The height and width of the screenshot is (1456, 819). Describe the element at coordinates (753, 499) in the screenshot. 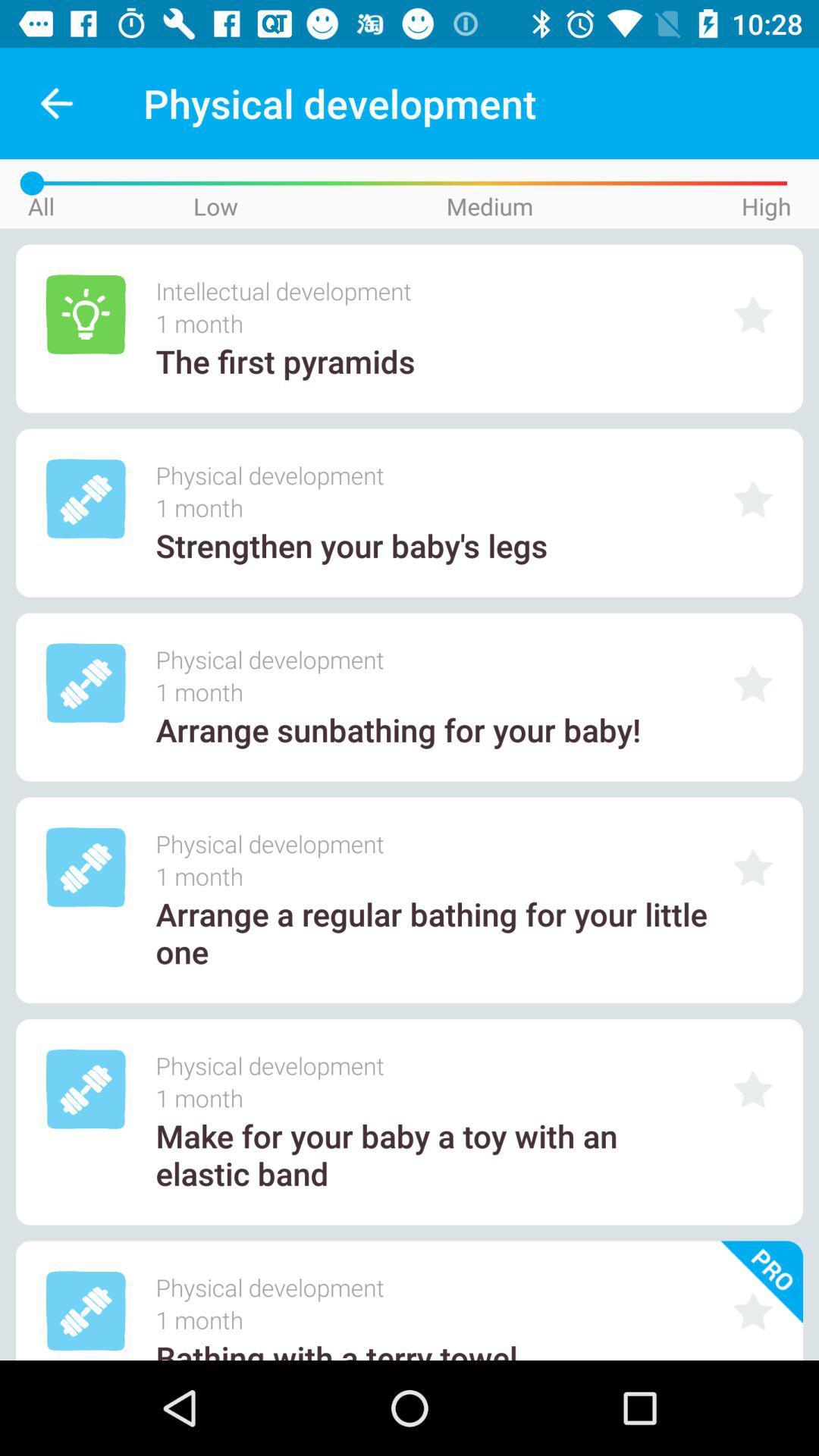

I see `starred` at that location.